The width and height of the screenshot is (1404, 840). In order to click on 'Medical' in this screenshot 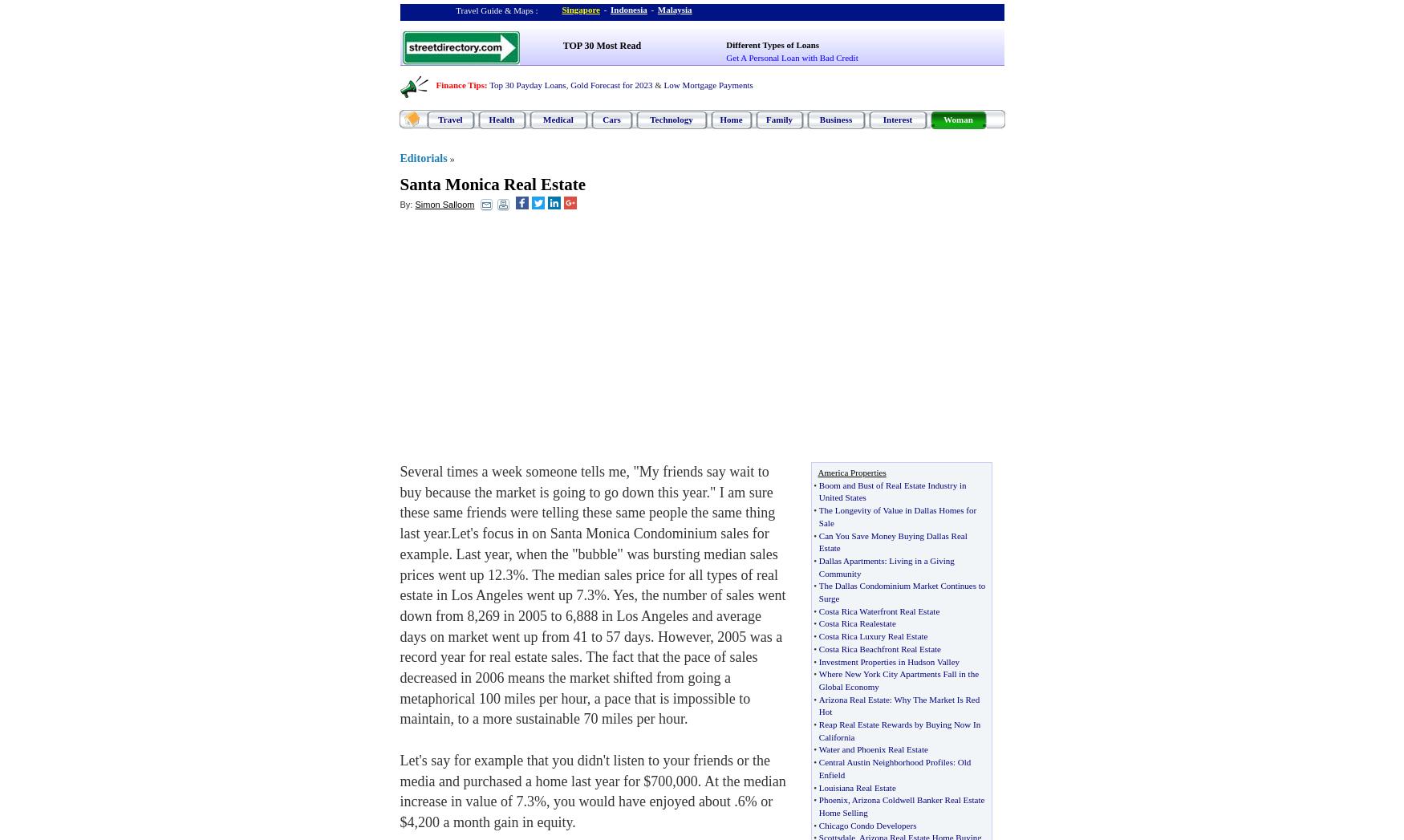, I will do `click(558, 119)`.